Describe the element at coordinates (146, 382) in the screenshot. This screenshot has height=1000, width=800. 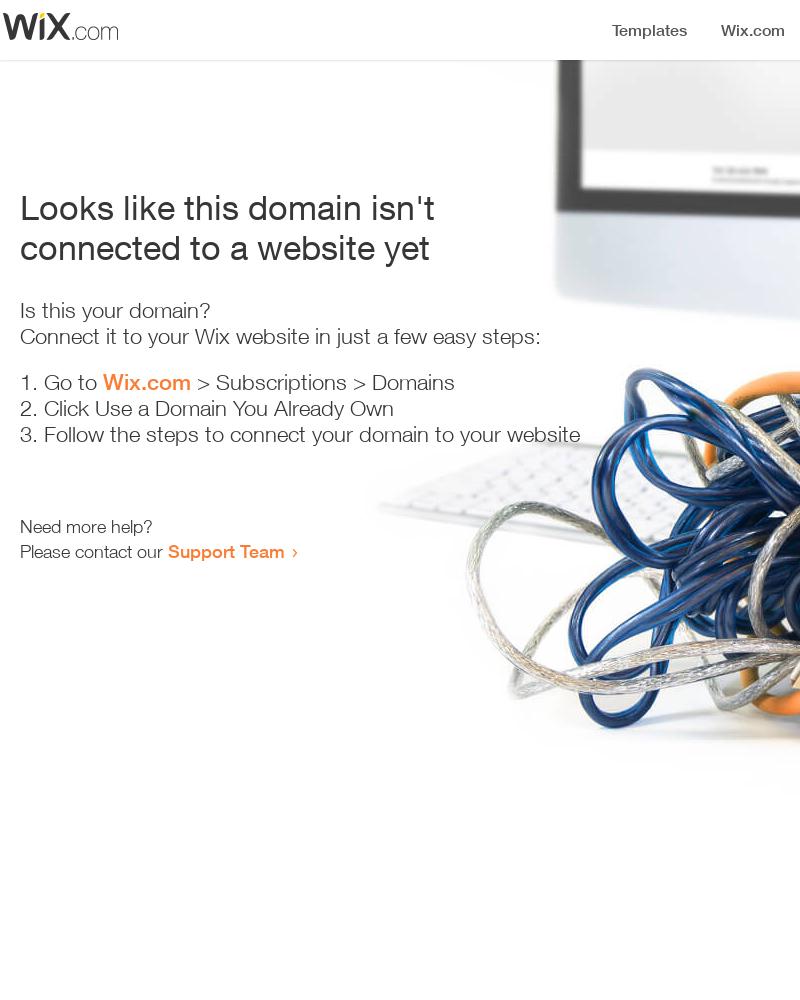
I see `'Wix.com'` at that location.